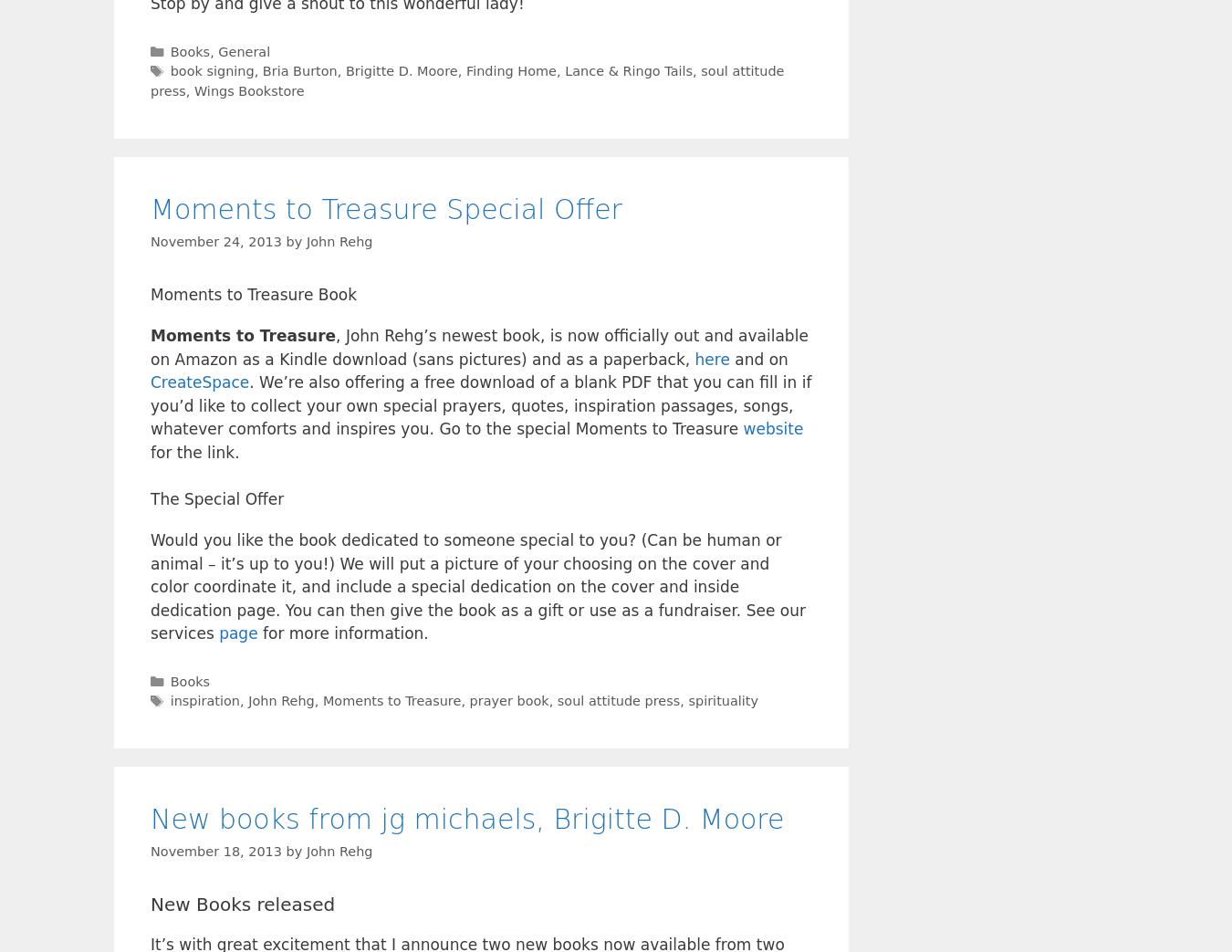  I want to click on 'New books from jg michaels, Brigitte D. Moore', so click(466, 817).